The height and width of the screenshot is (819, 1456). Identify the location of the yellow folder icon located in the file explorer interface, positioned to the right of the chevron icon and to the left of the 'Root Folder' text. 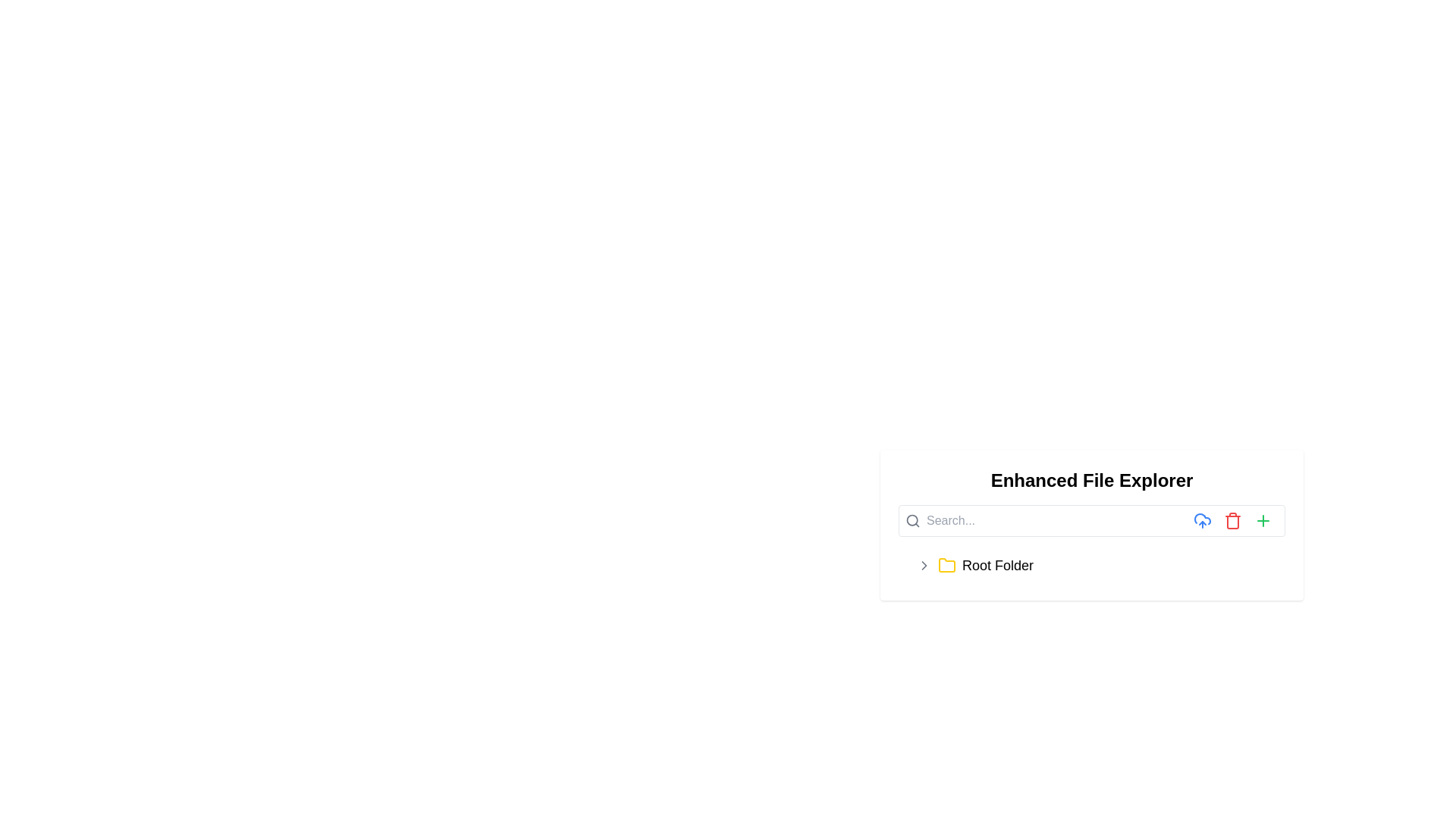
(946, 565).